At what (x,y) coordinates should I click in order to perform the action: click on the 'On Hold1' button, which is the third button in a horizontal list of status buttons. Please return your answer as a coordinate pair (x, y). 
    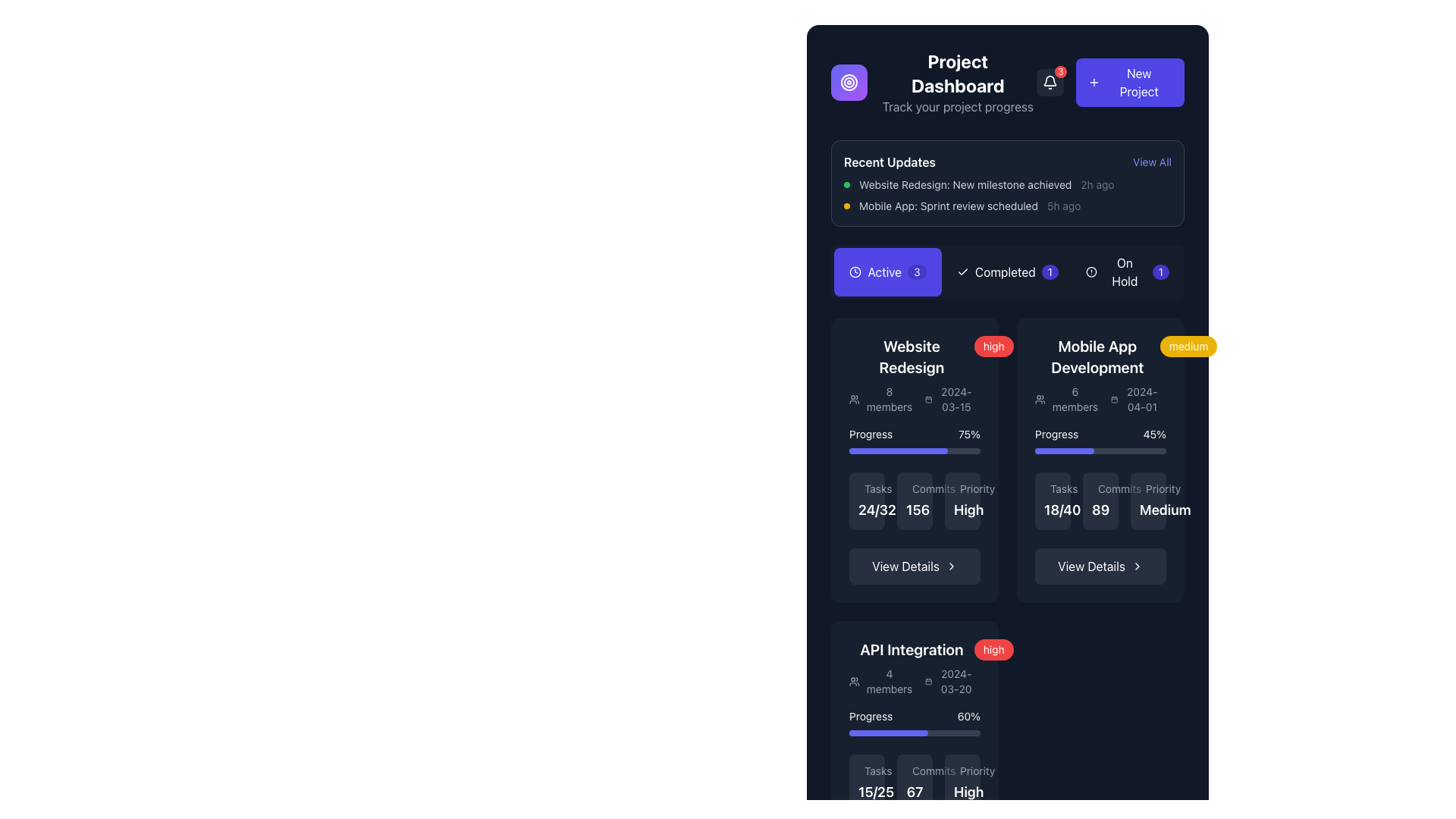
    Looking at the image, I should click on (1128, 271).